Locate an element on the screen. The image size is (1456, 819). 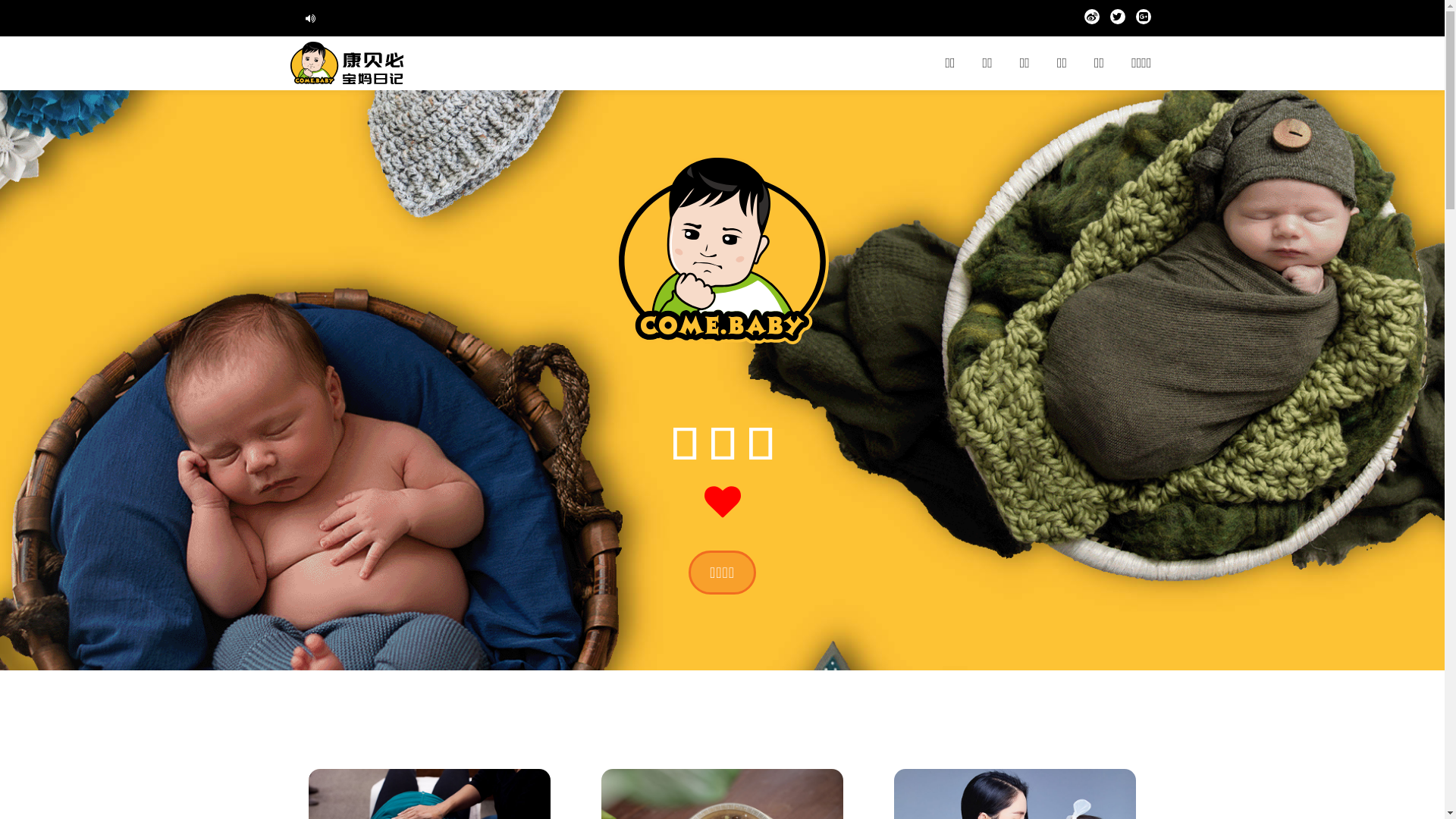
'fa-weibo' is located at coordinates (1084, 20).